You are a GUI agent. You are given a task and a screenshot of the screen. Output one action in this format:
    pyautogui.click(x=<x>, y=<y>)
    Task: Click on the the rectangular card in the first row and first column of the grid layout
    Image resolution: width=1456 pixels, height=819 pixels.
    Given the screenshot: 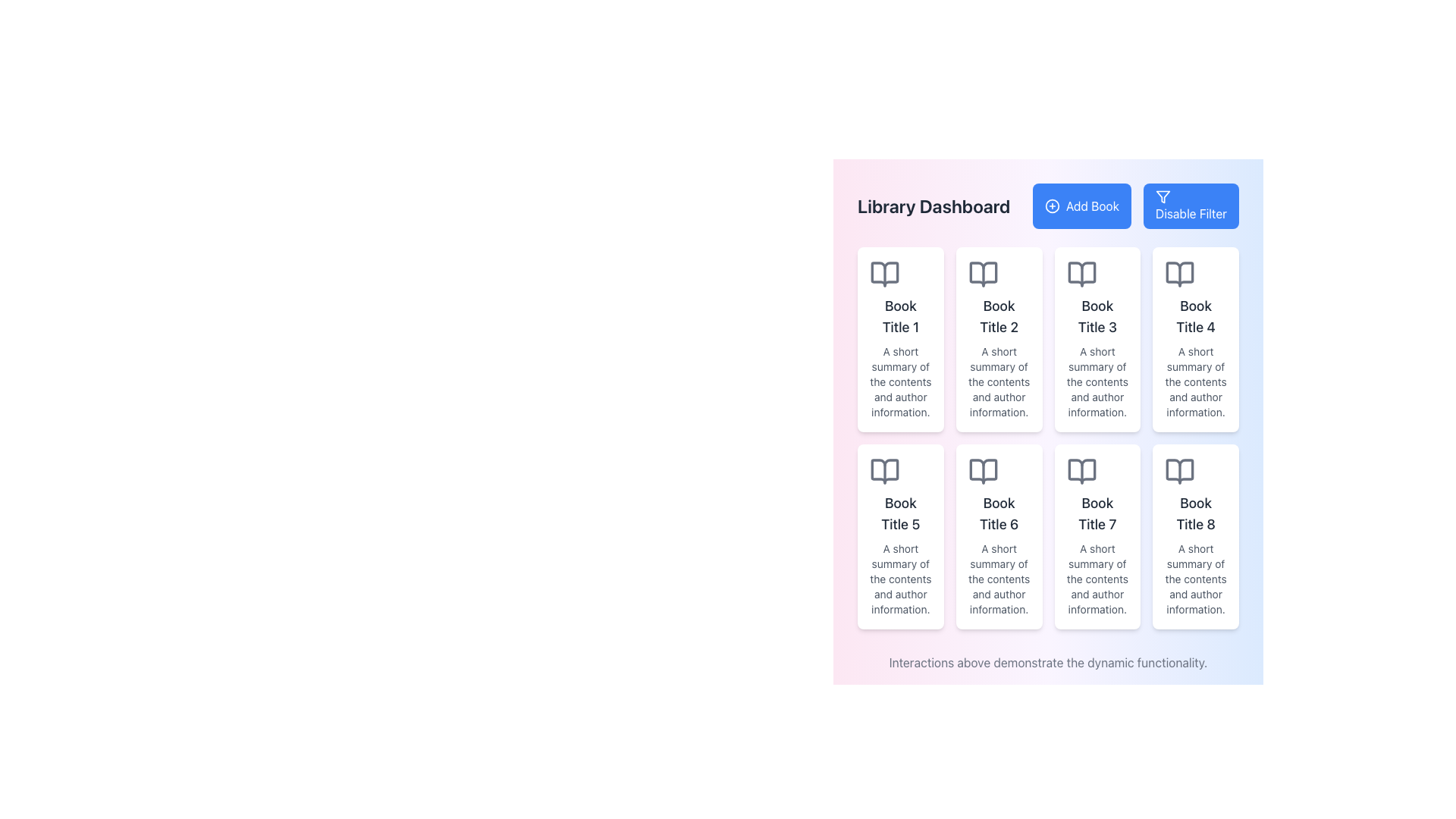 What is the action you would take?
    pyautogui.click(x=900, y=338)
    